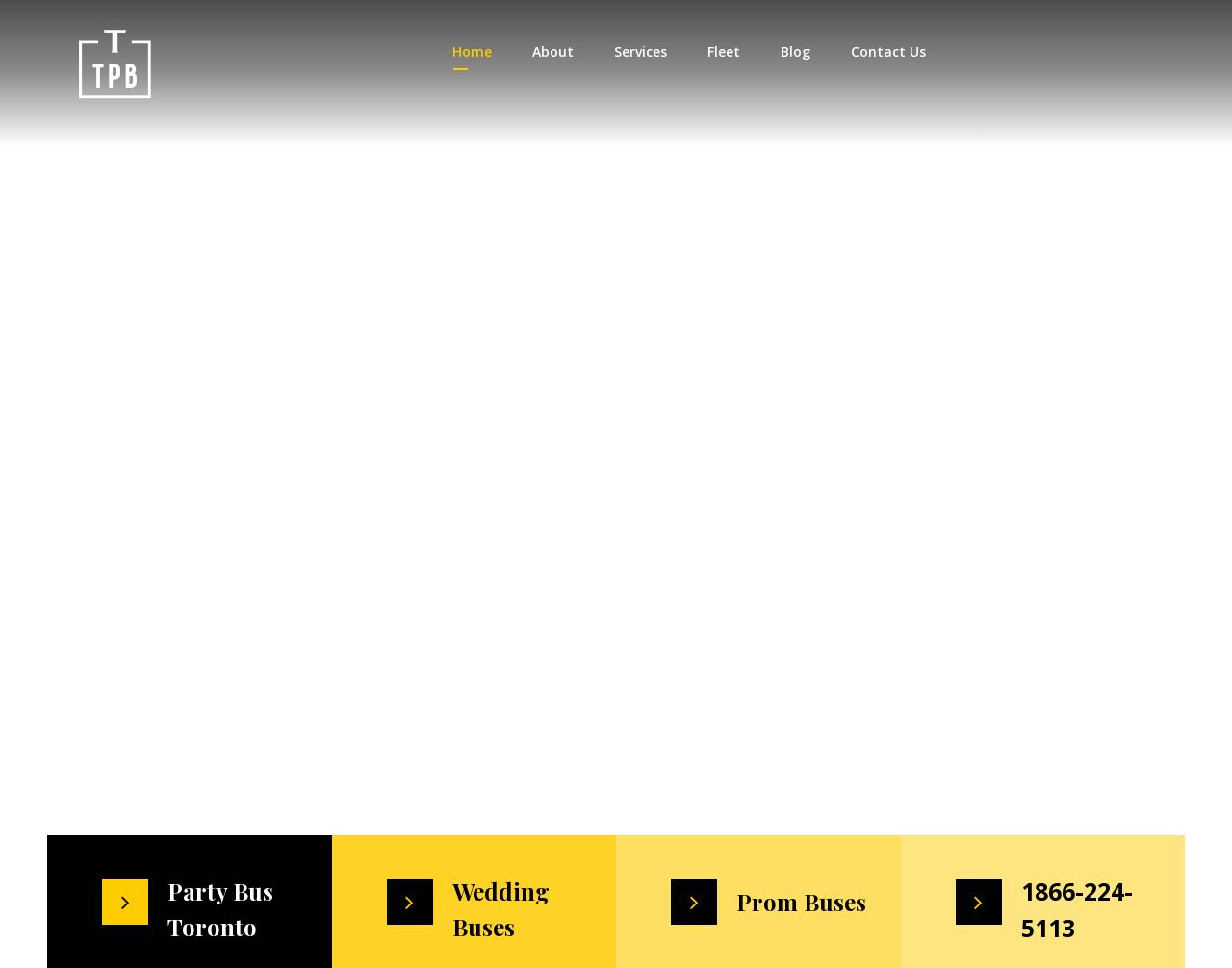  I want to click on 'Party Bus Toronto', so click(167, 907).